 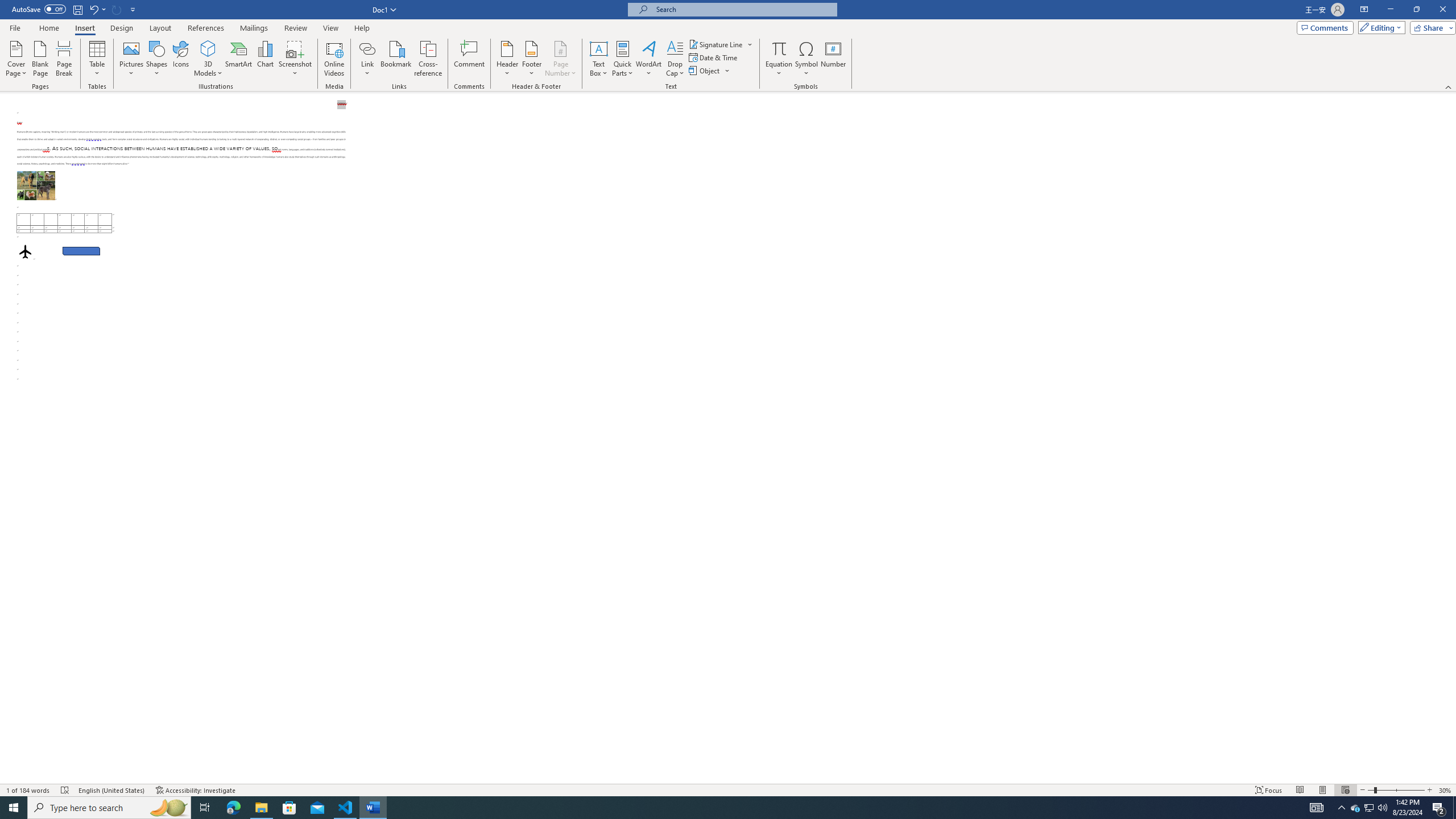 I want to click on 'Symbol', so click(x=806, y=59).